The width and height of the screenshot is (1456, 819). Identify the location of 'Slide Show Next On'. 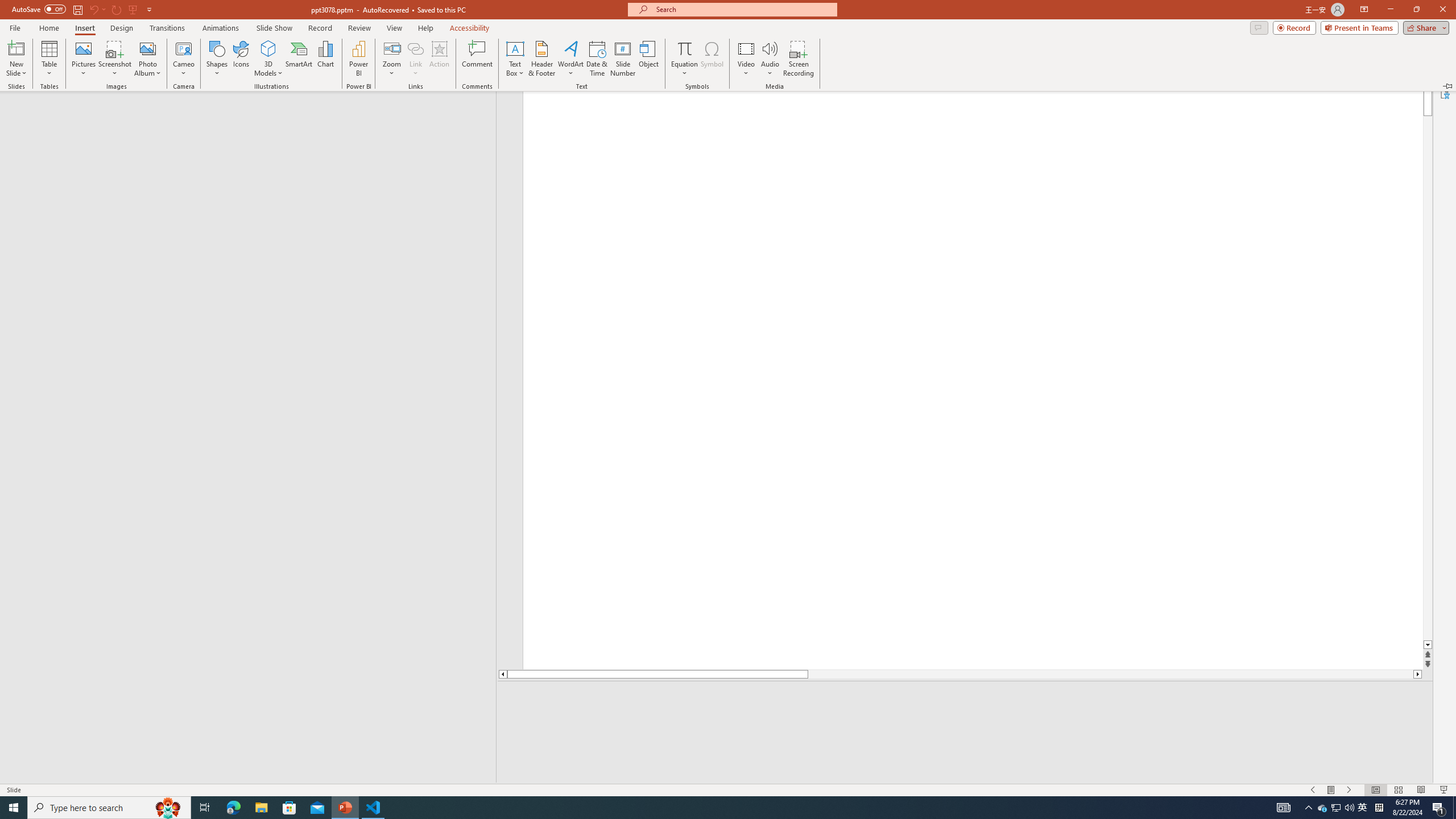
(1349, 790).